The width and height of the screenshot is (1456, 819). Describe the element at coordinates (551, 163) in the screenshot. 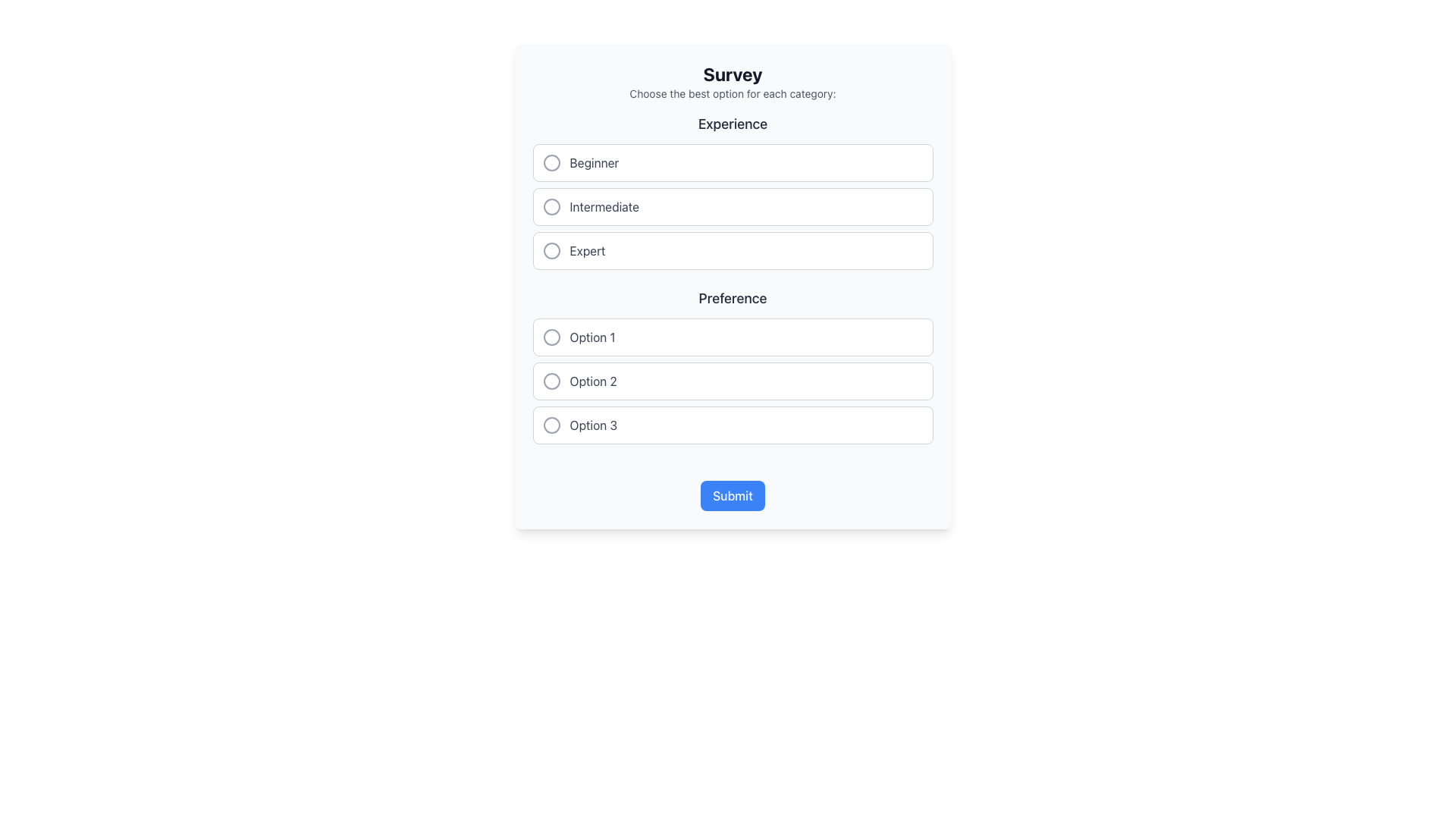

I see `the radio button marker for the 'Beginner' option in the 'Experience' section of the survey interface` at that location.